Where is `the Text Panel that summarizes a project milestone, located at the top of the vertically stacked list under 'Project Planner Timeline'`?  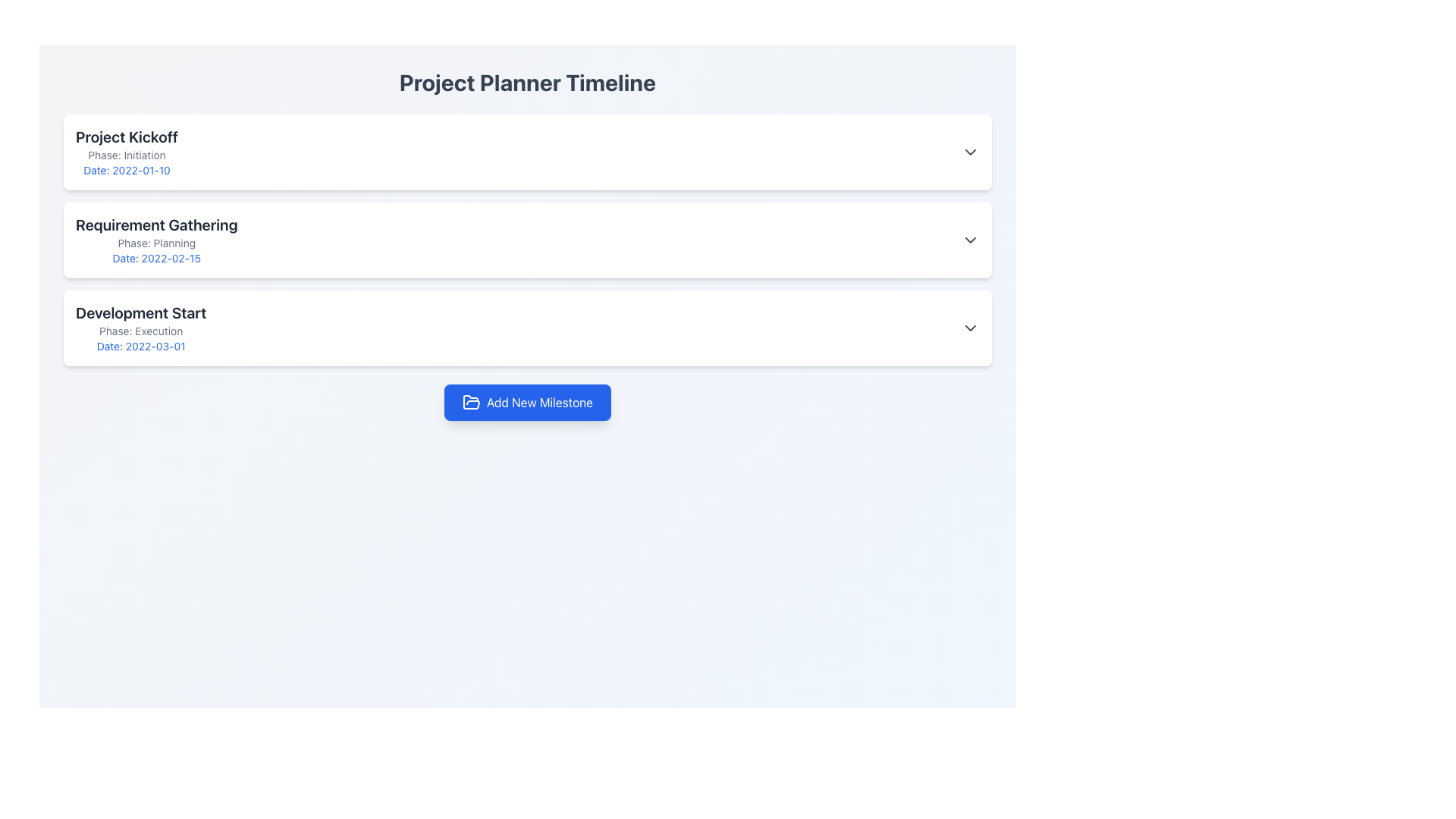 the Text Panel that summarizes a project milestone, located at the top of the vertically stacked list under 'Project Planner Timeline' is located at coordinates (127, 152).